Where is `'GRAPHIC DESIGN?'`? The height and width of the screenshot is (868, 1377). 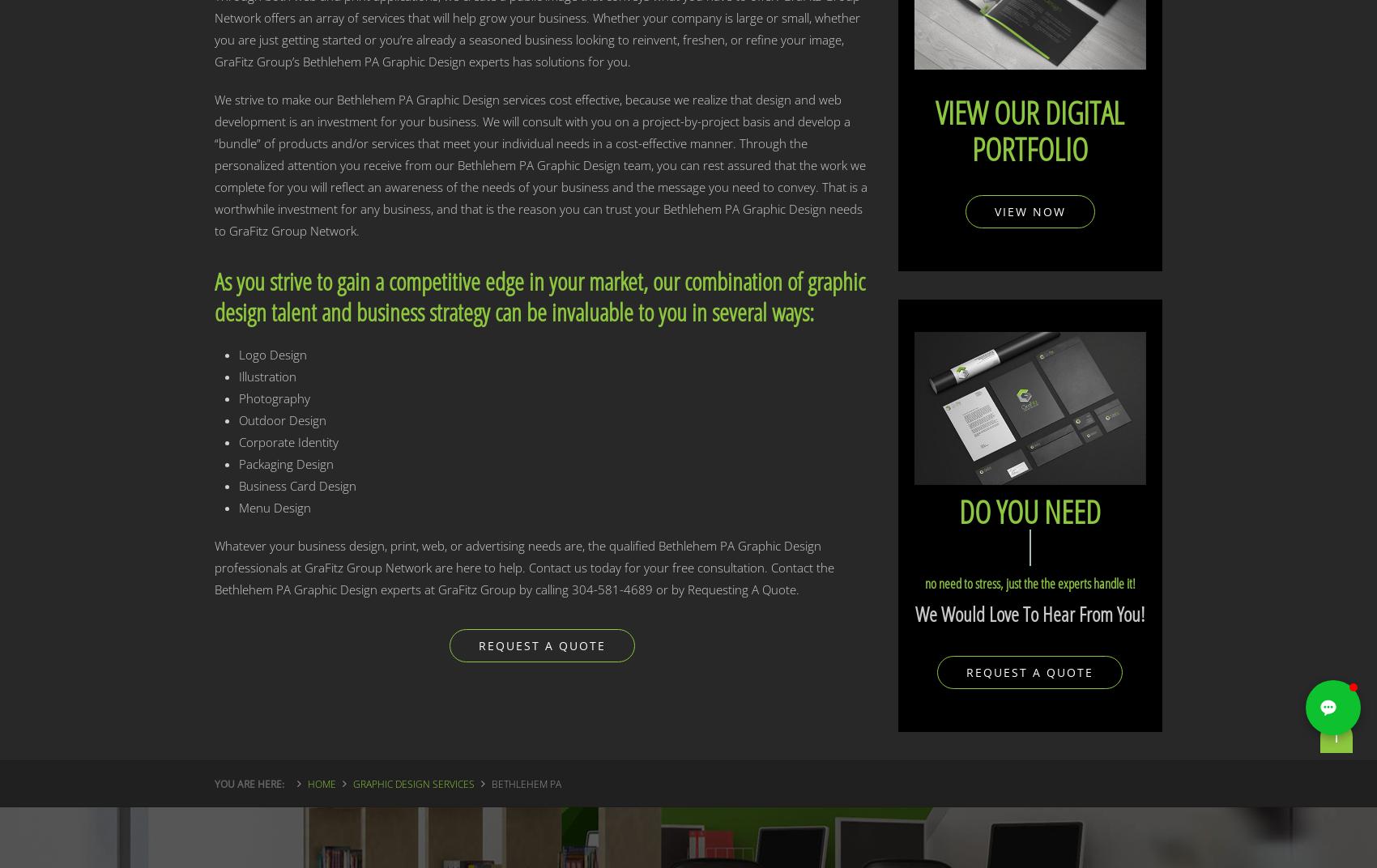 'GRAPHIC DESIGN?' is located at coordinates (1024, 547).